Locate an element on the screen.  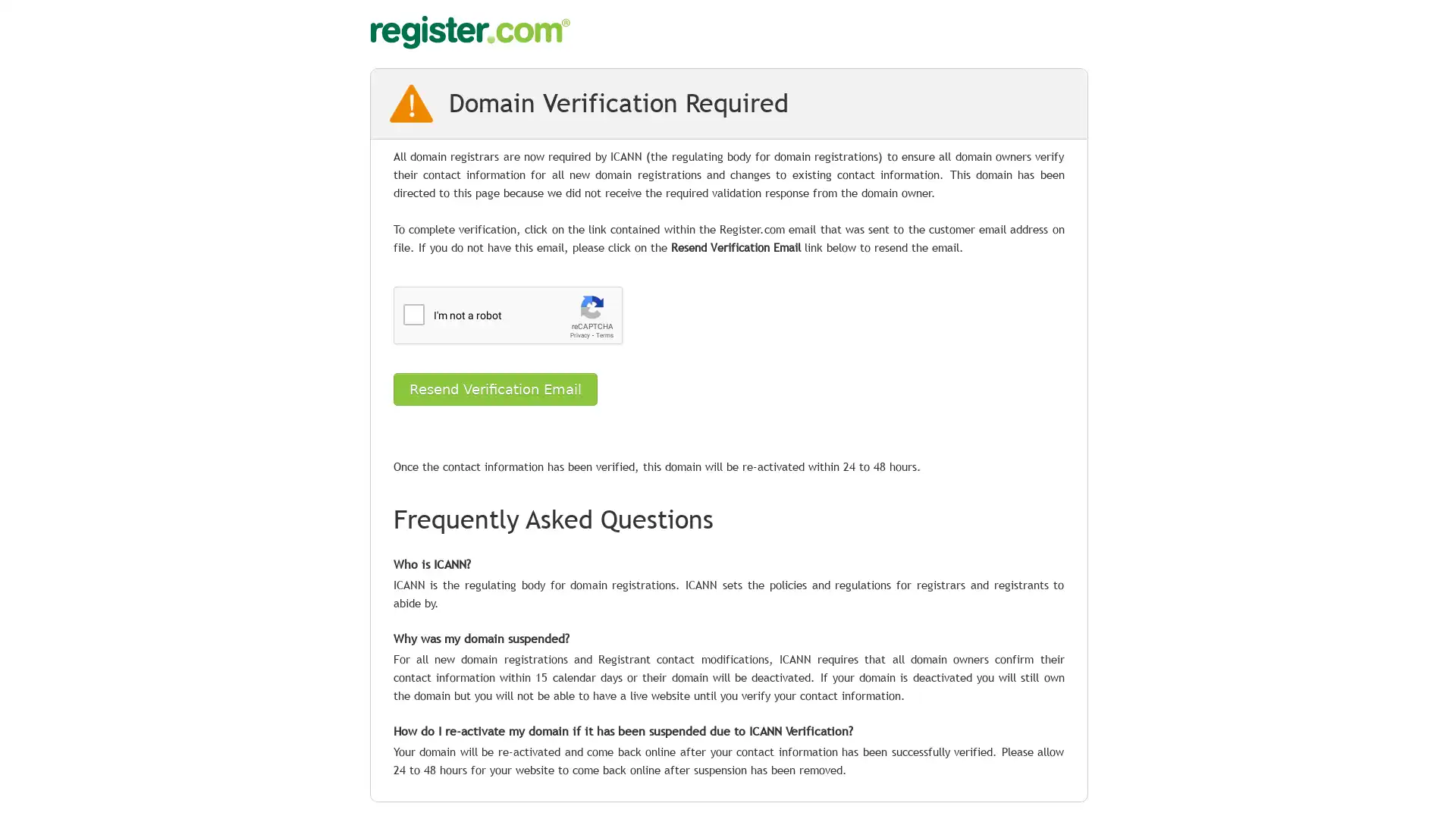
Resend Verification Email is located at coordinates (494, 388).